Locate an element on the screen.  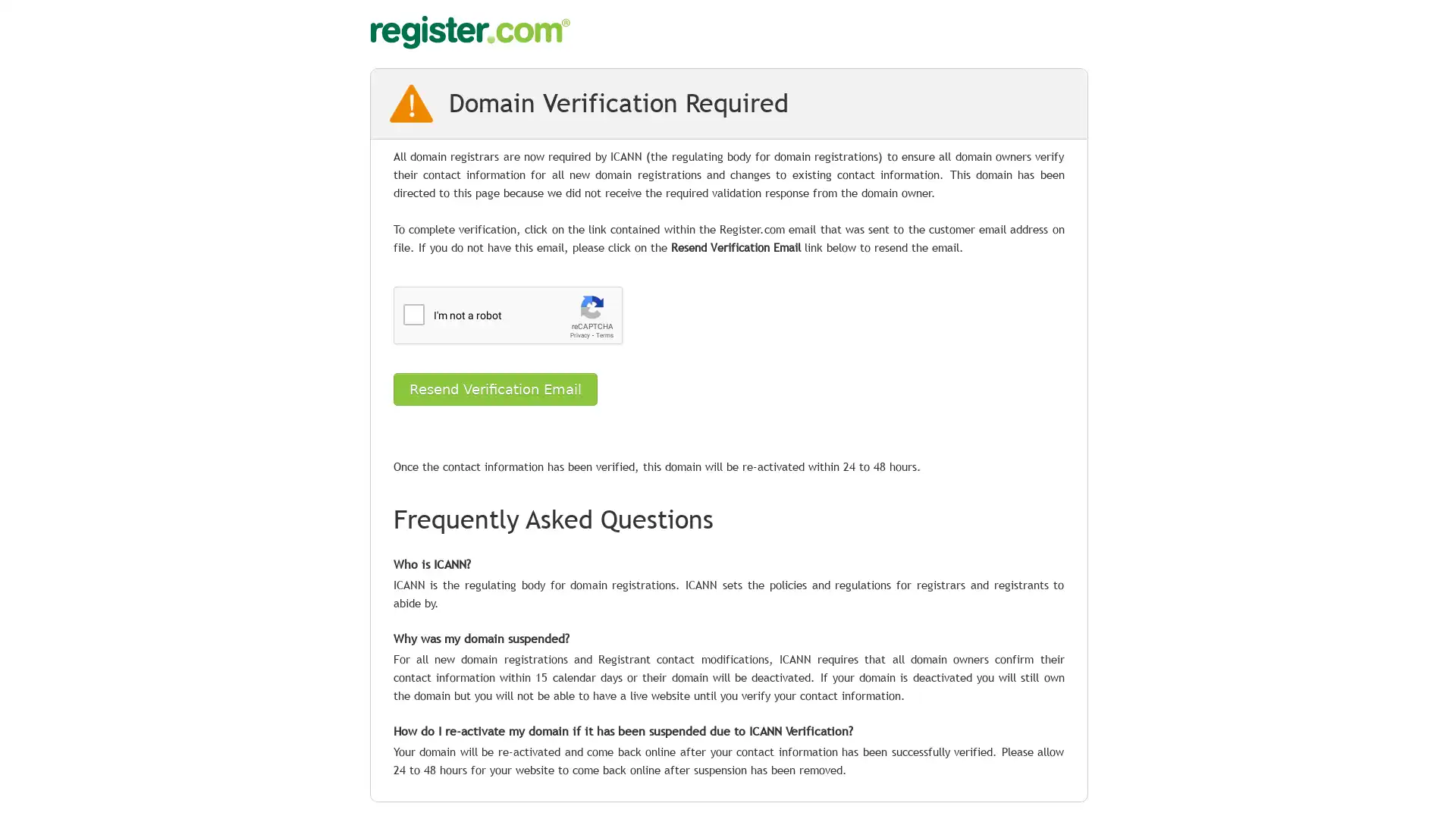
Resend Verification Email is located at coordinates (494, 388).